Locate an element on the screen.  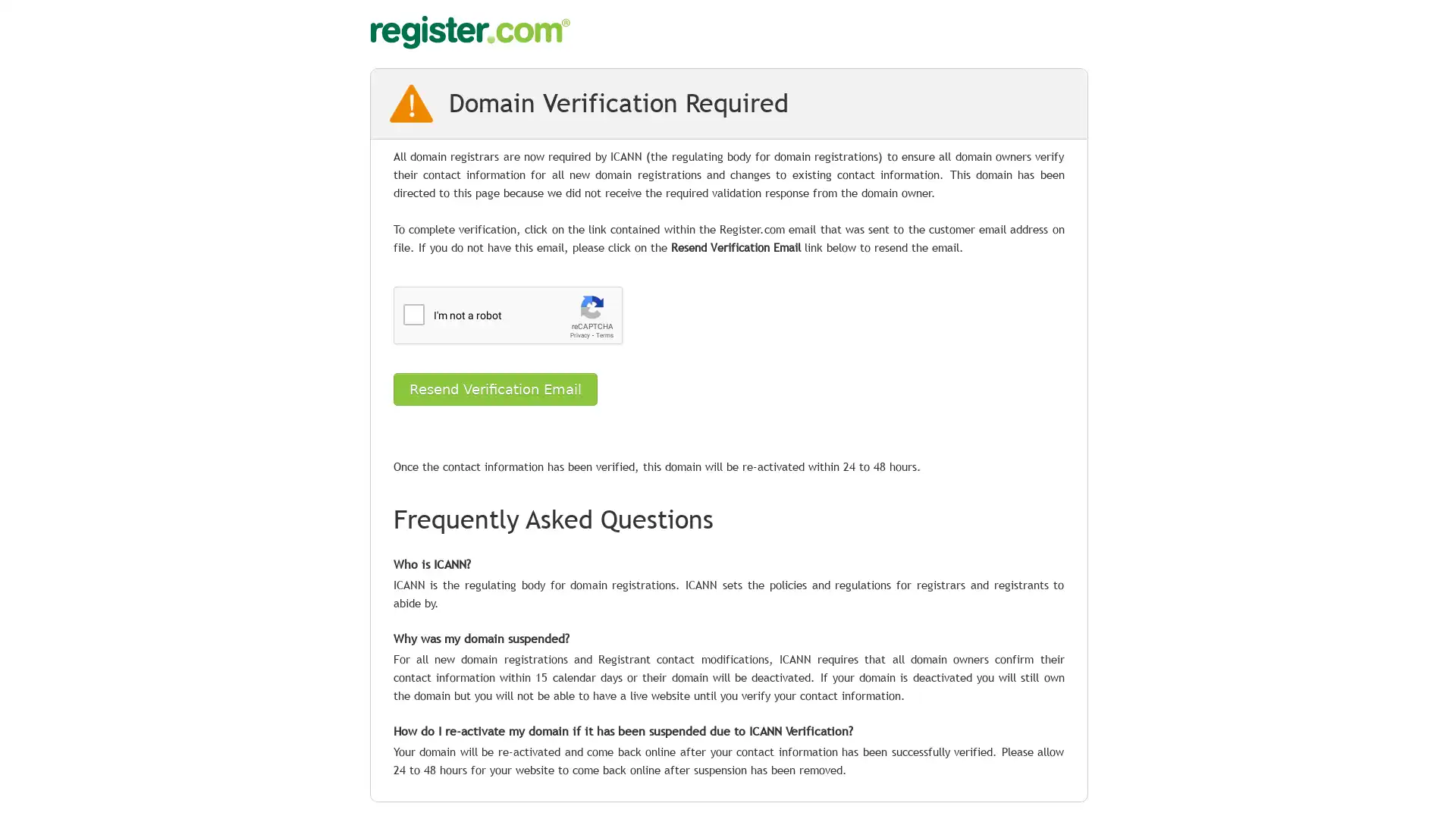
Resend Verification Email is located at coordinates (494, 388).